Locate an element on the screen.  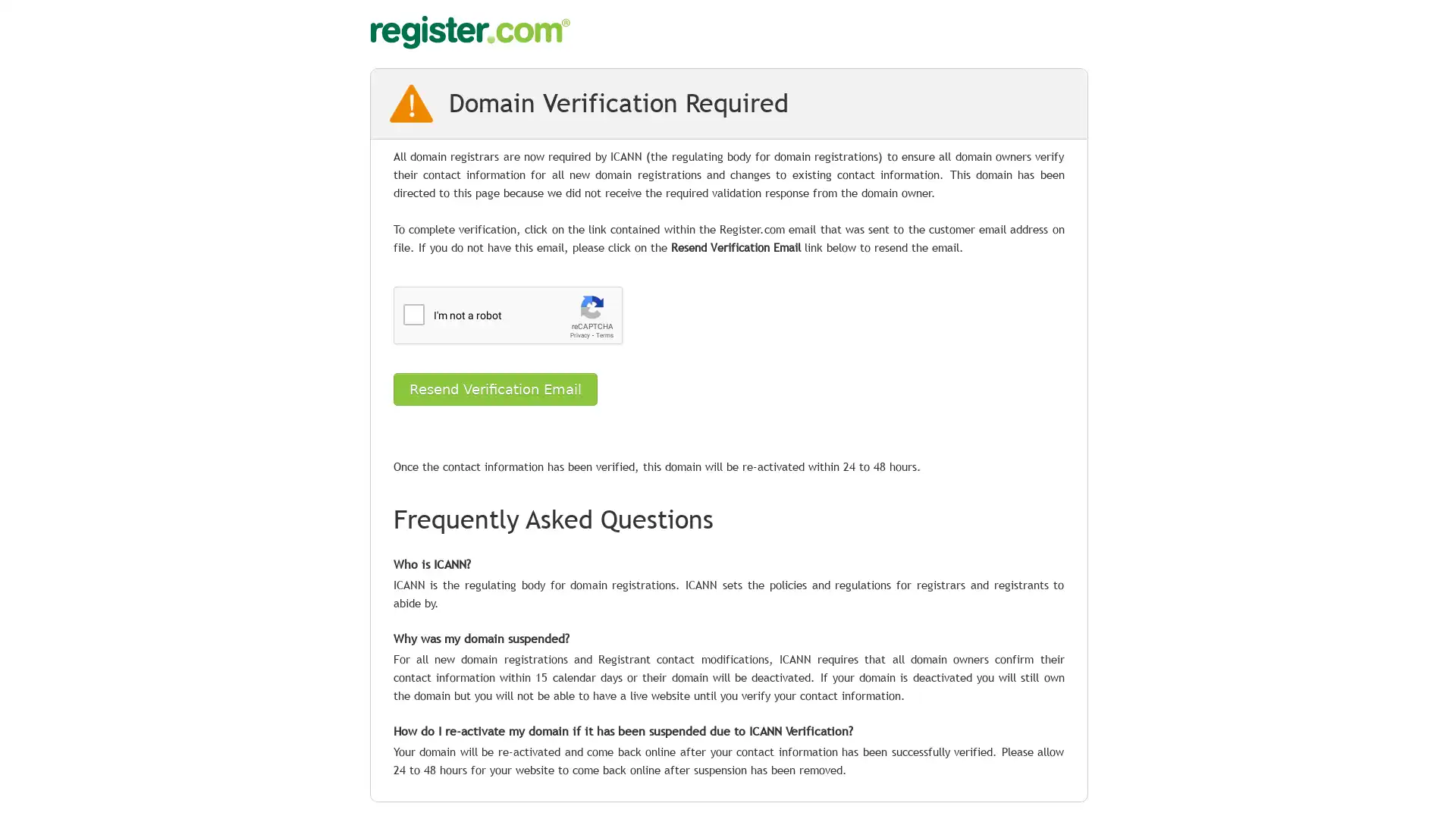
Resend Verification Email is located at coordinates (494, 388).